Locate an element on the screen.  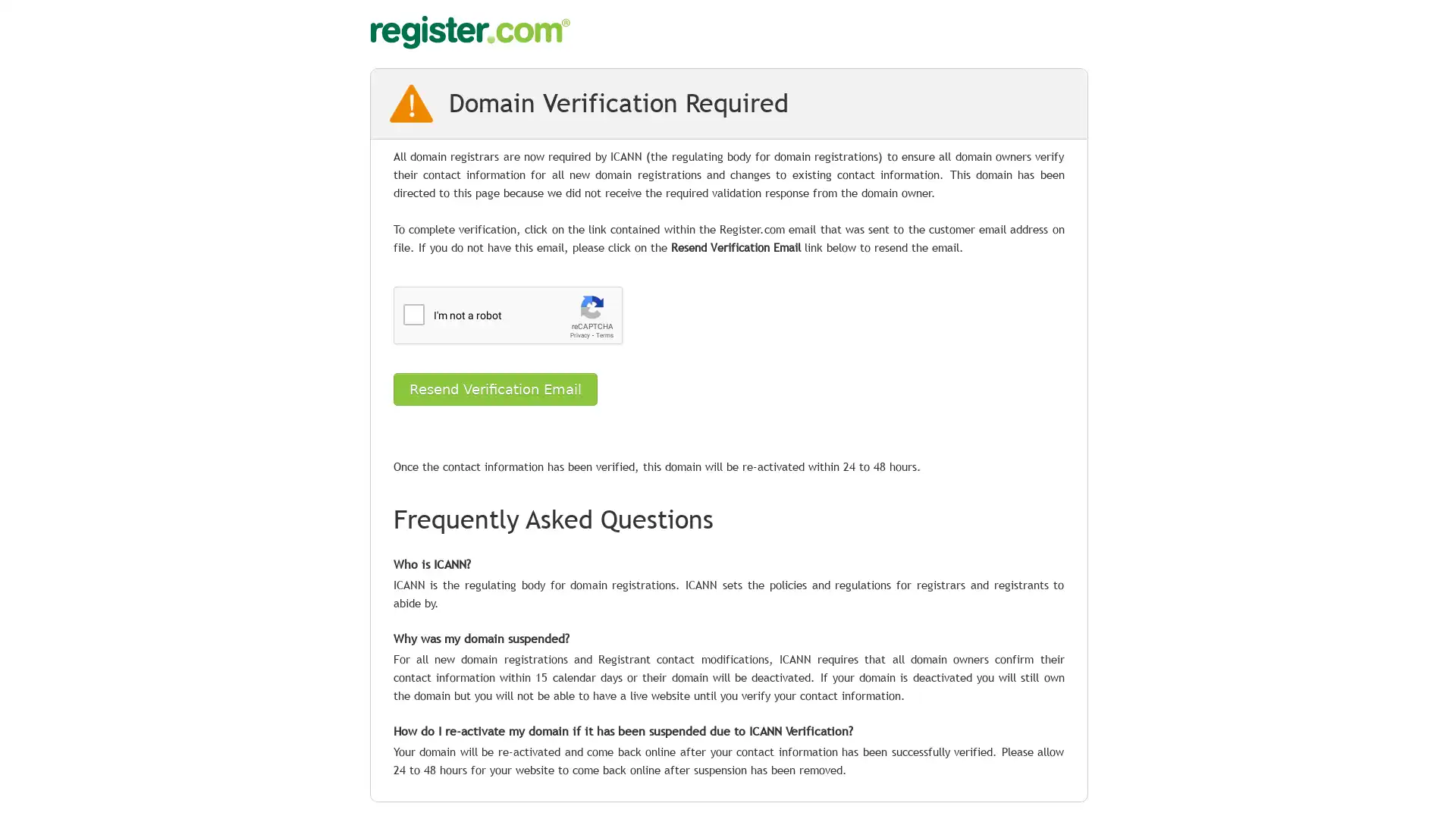
Resend Verification Email is located at coordinates (494, 388).